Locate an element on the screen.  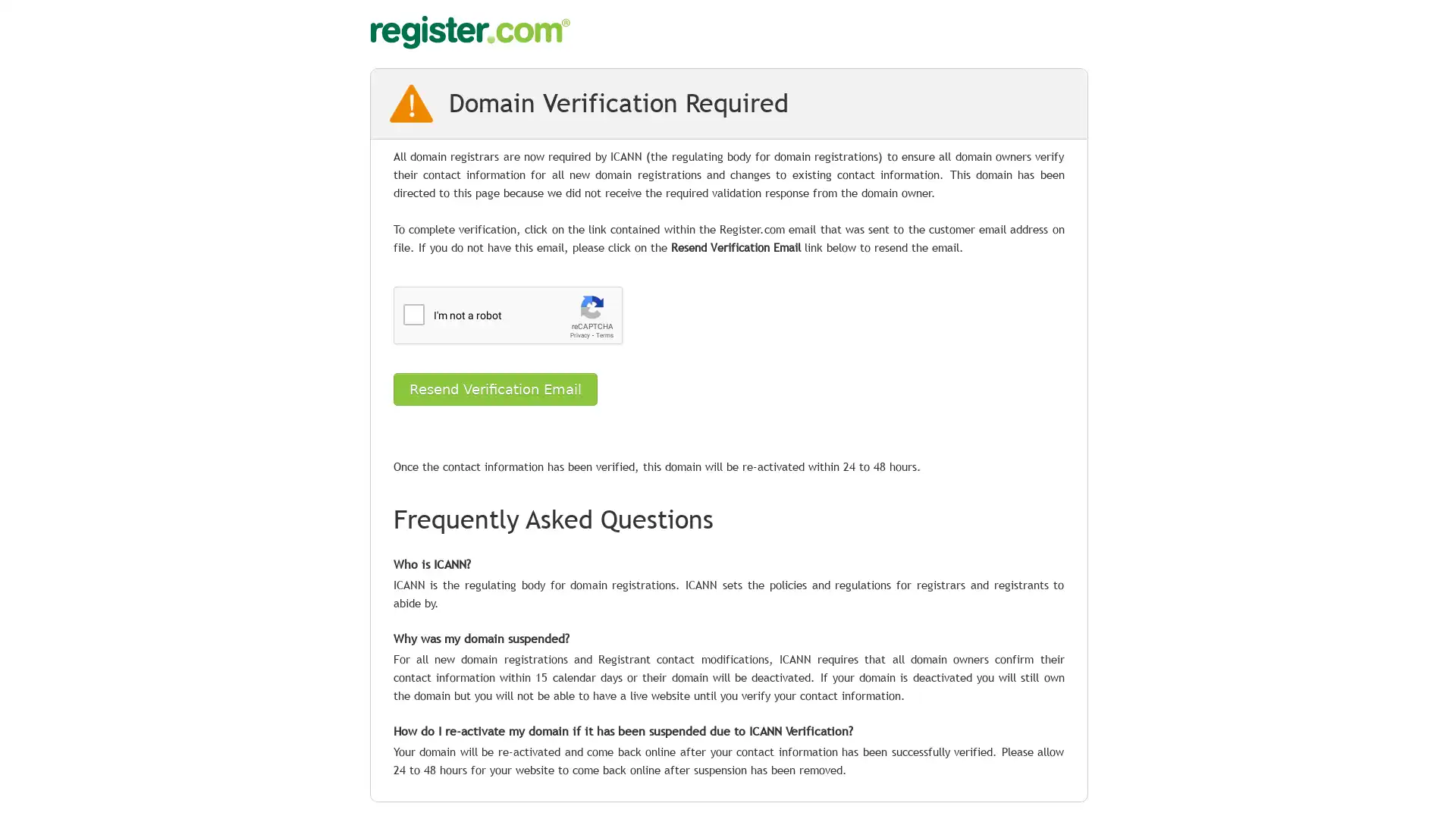
Resend Verification Email is located at coordinates (494, 388).